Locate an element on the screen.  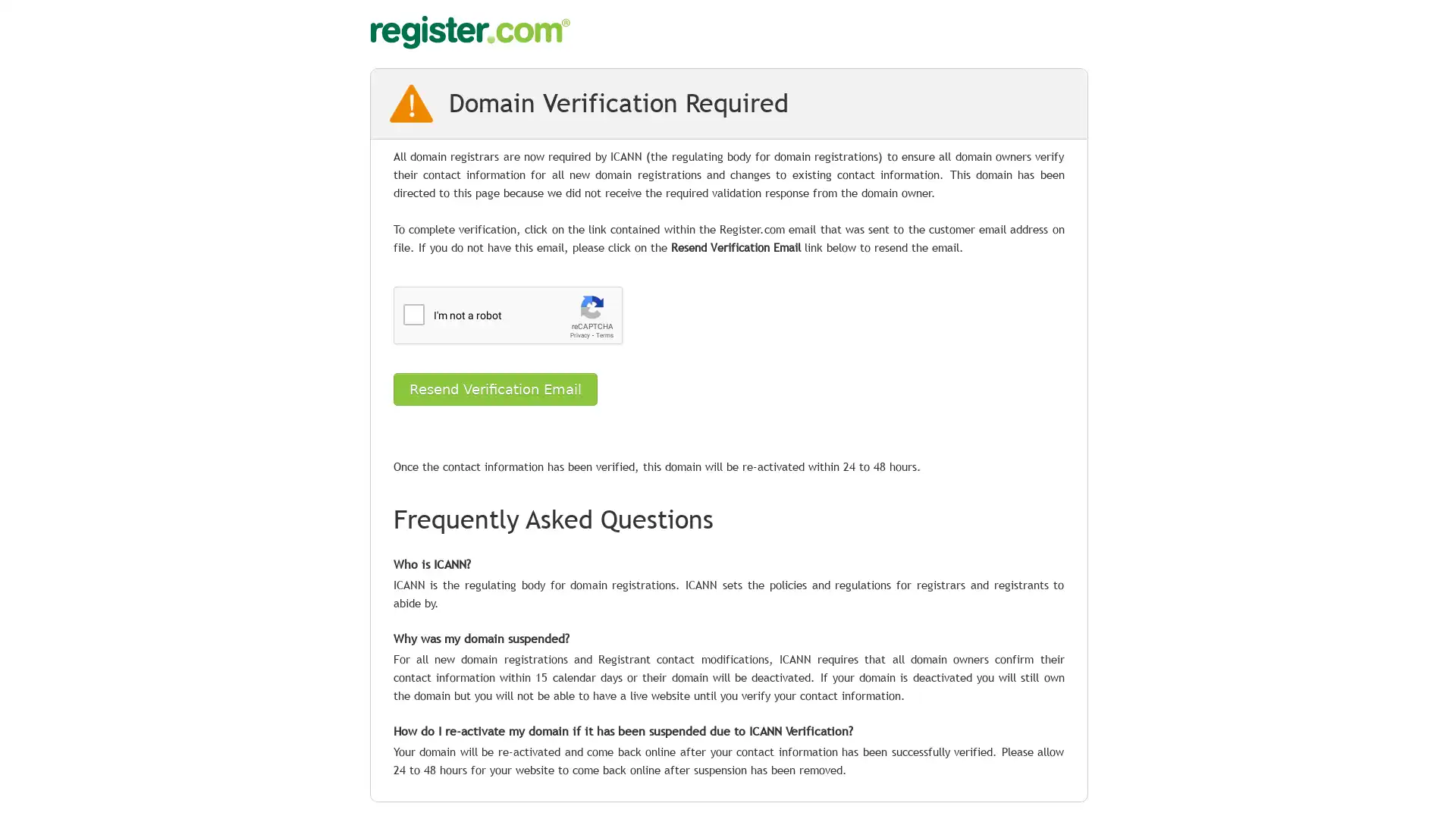
Resend Verification Email is located at coordinates (494, 388).